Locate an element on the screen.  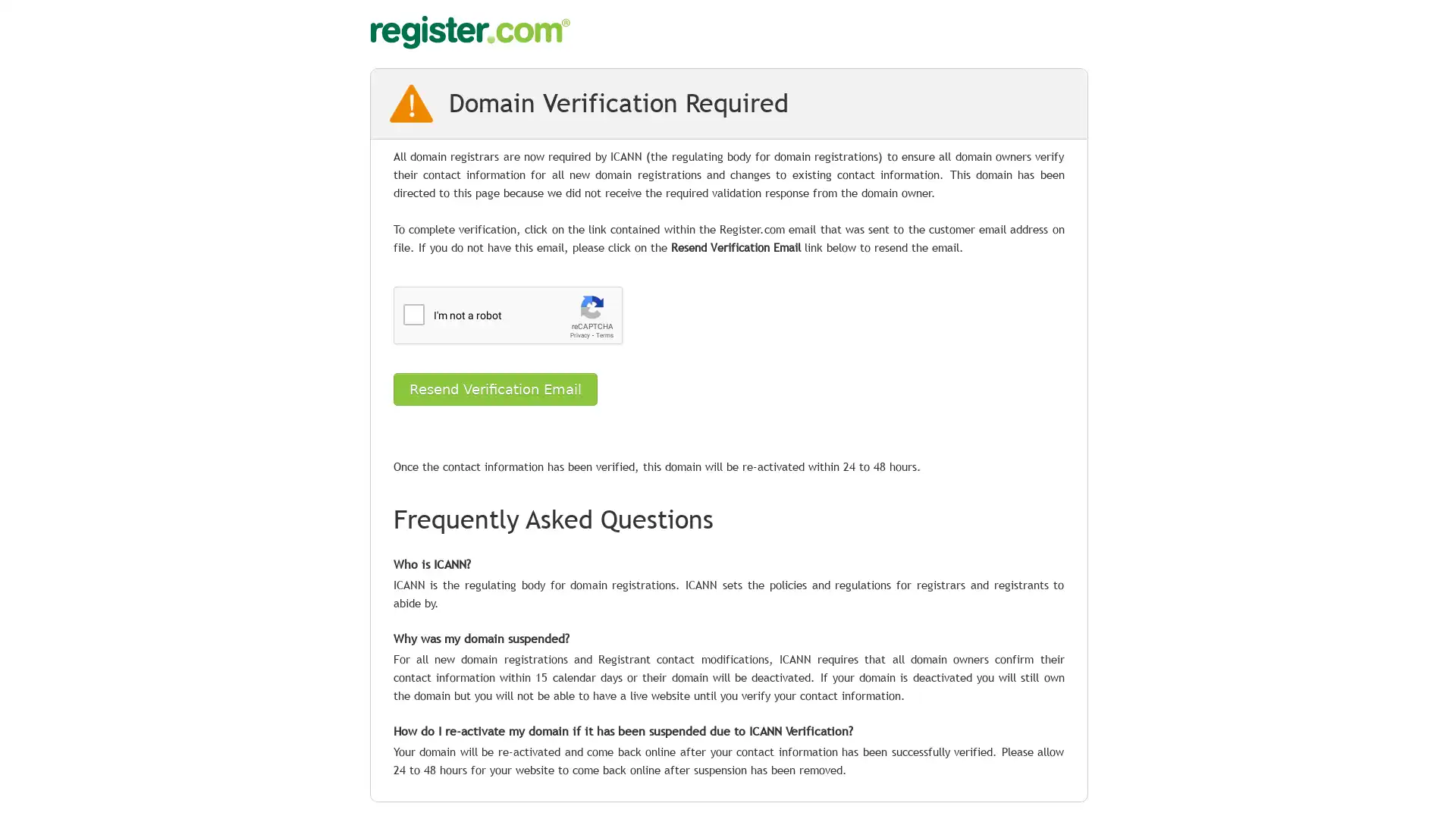
Resend Verification Email is located at coordinates (494, 388).